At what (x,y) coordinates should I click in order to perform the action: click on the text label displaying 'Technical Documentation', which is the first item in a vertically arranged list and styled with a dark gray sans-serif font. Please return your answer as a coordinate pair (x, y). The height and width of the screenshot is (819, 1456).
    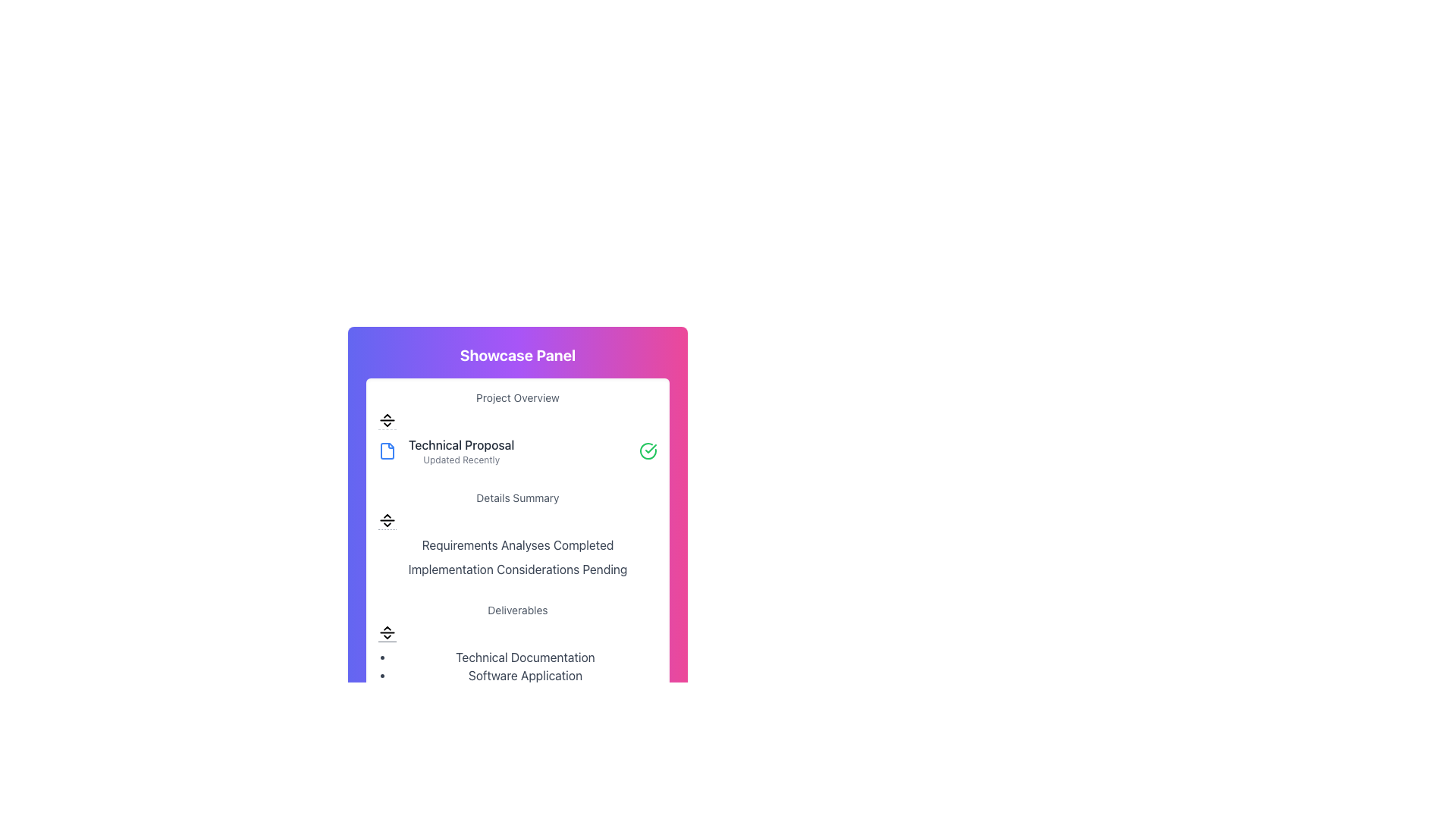
    Looking at the image, I should click on (525, 657).